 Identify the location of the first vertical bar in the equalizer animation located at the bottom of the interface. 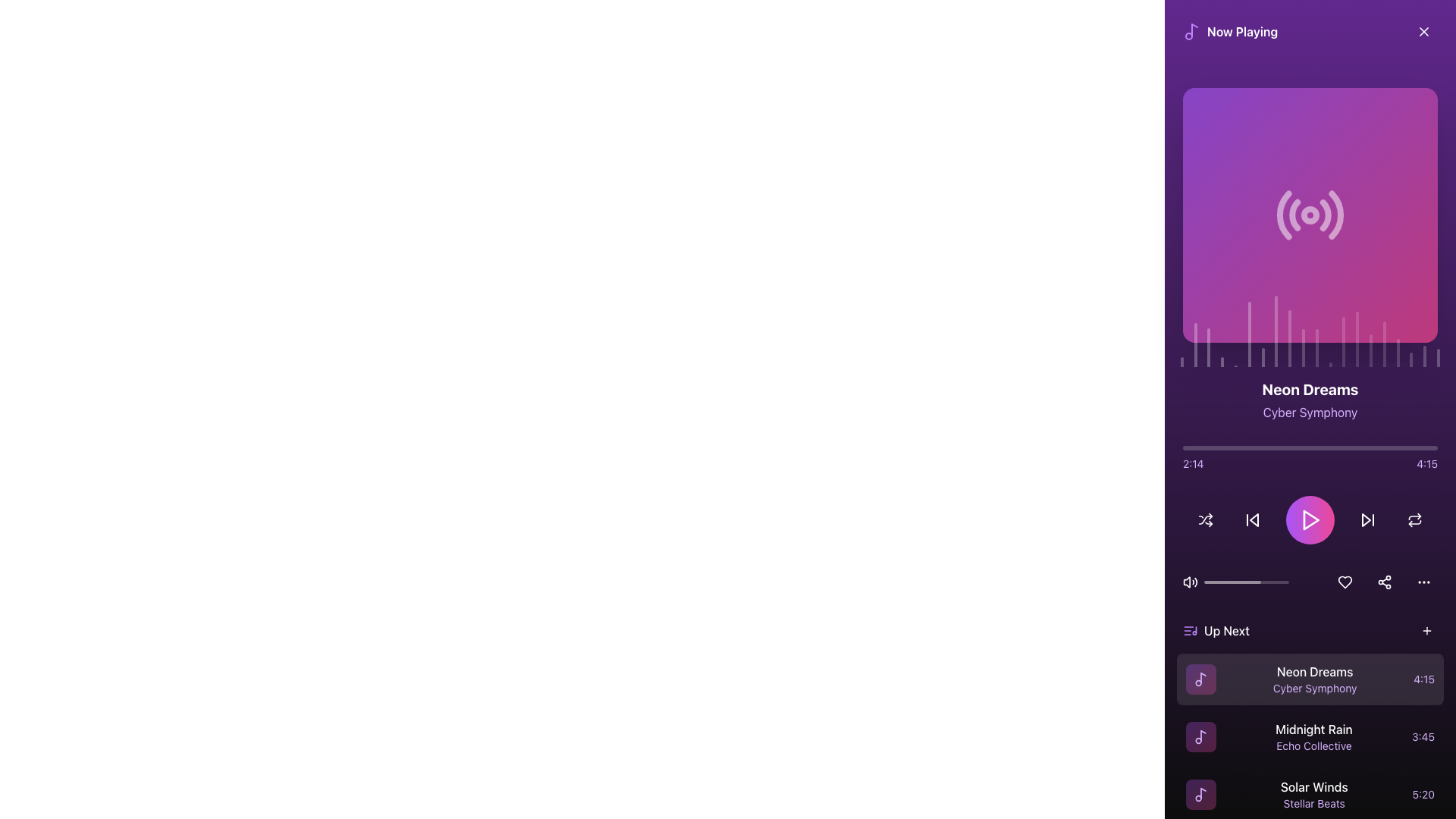
(1181, 362).